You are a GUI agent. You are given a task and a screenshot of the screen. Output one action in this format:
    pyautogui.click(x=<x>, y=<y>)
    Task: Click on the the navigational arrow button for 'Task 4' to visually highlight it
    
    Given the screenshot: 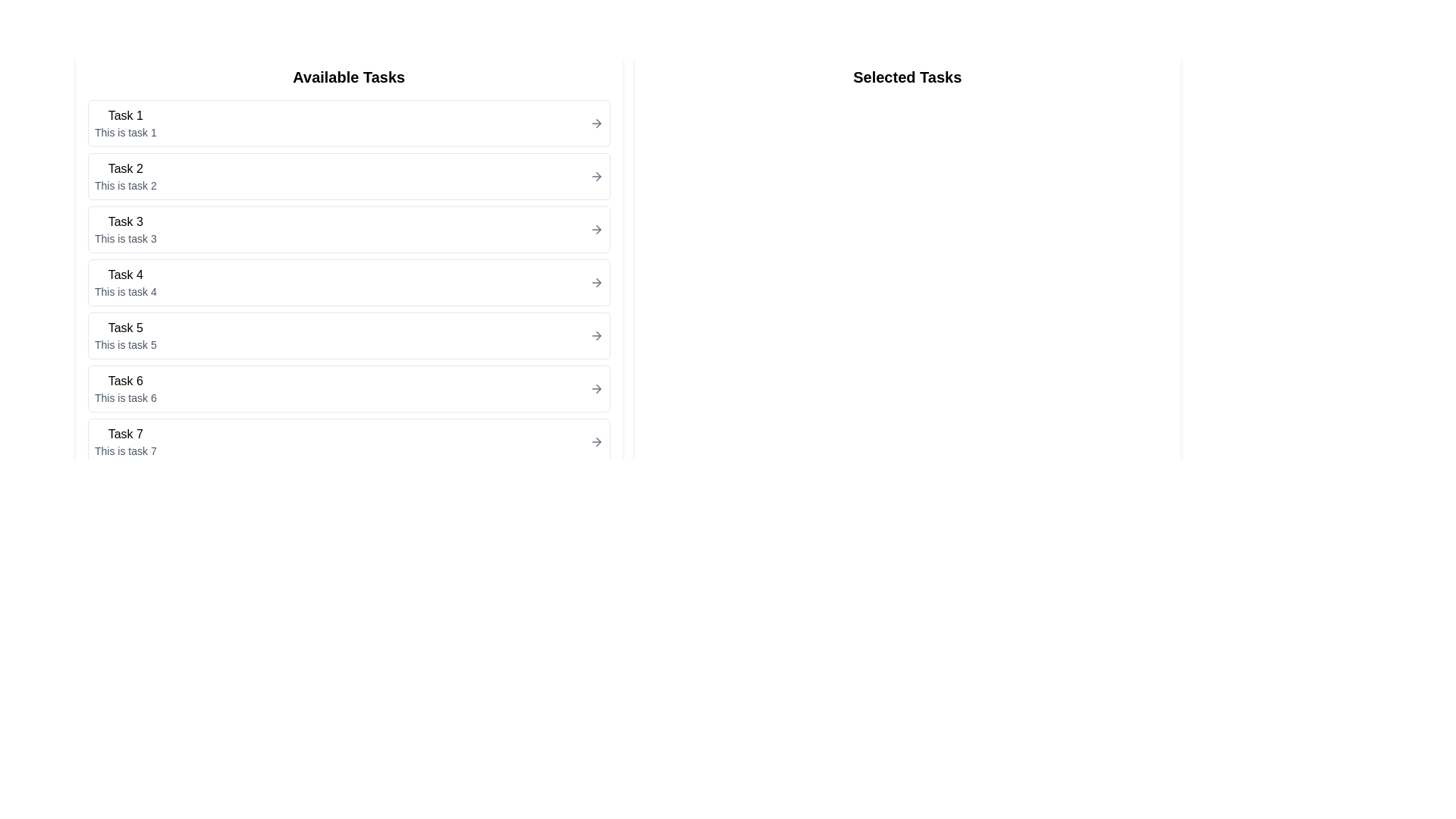 What is the action you would take?
    pyautogui.click(x=595, y=283)
    